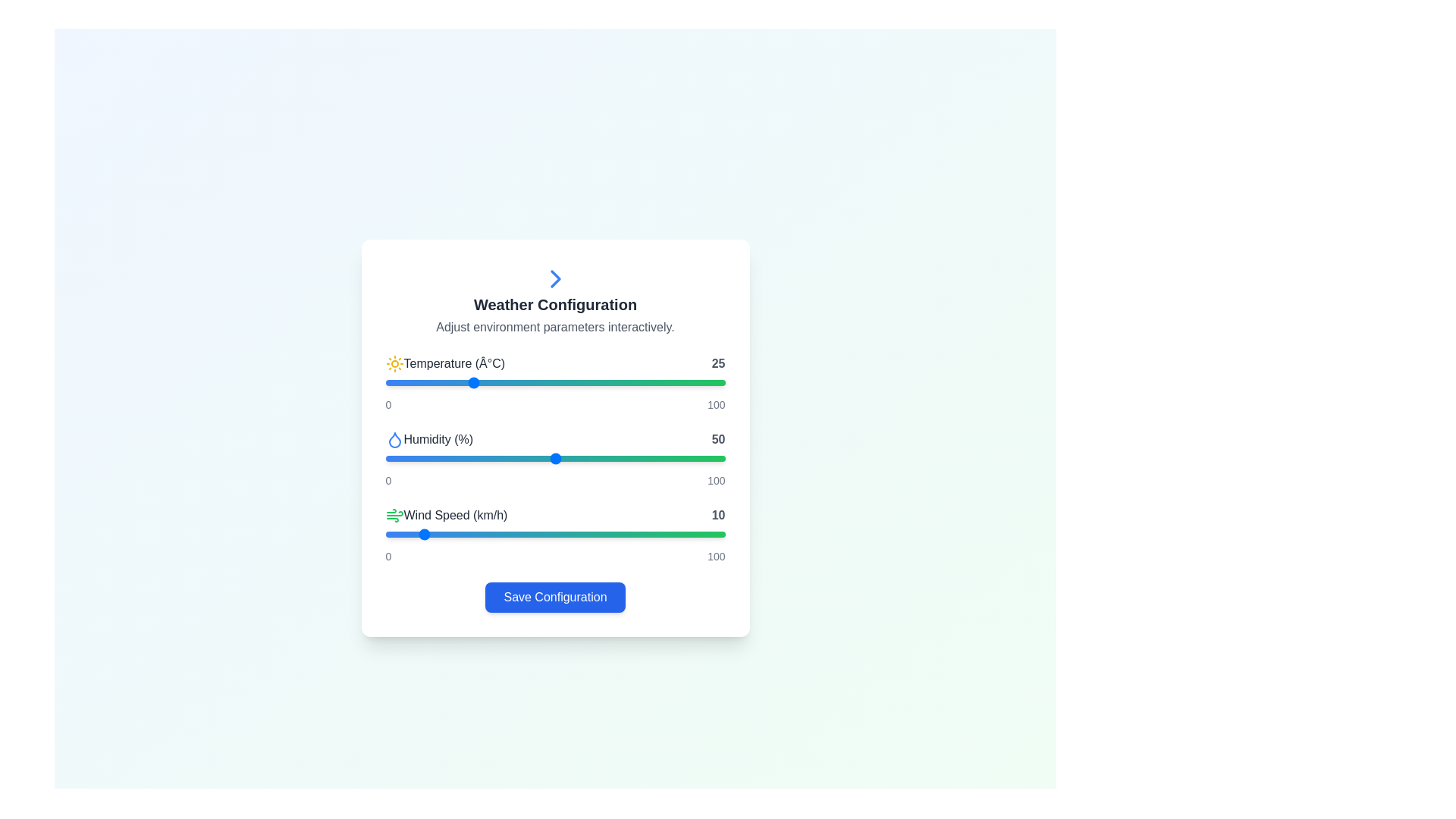  What do you see at coordinates (554, 278) in the screenshot?
I see `the blue, rounded vector graphic icon located at the top center of the configuration card, above the header text 'Weather Configuration'` at bounding box center [554, 278].